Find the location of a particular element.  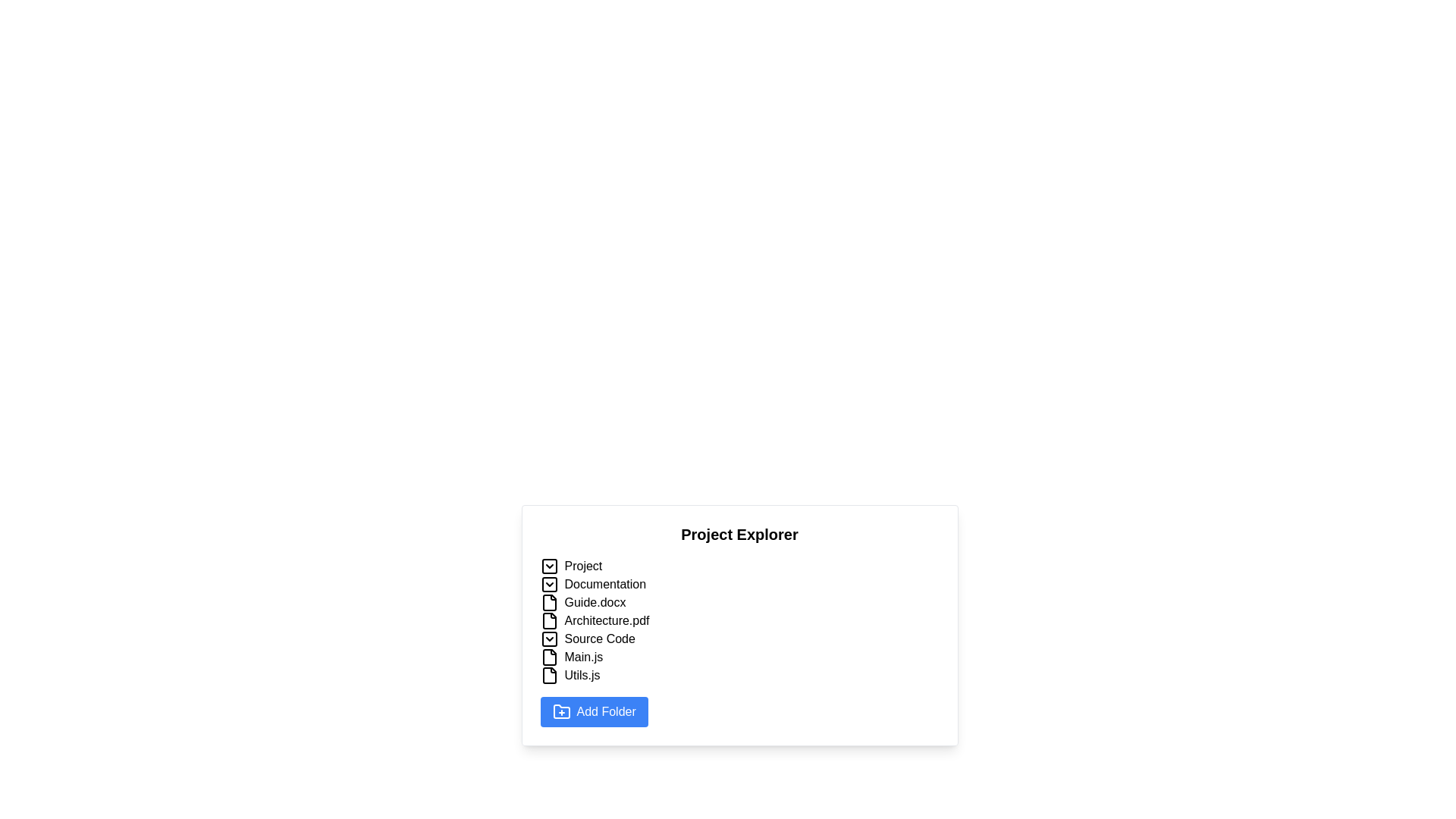

the file icon for 'Guide.docx' located in the 'Project Explorer' list is located at coordinates (548, 601).